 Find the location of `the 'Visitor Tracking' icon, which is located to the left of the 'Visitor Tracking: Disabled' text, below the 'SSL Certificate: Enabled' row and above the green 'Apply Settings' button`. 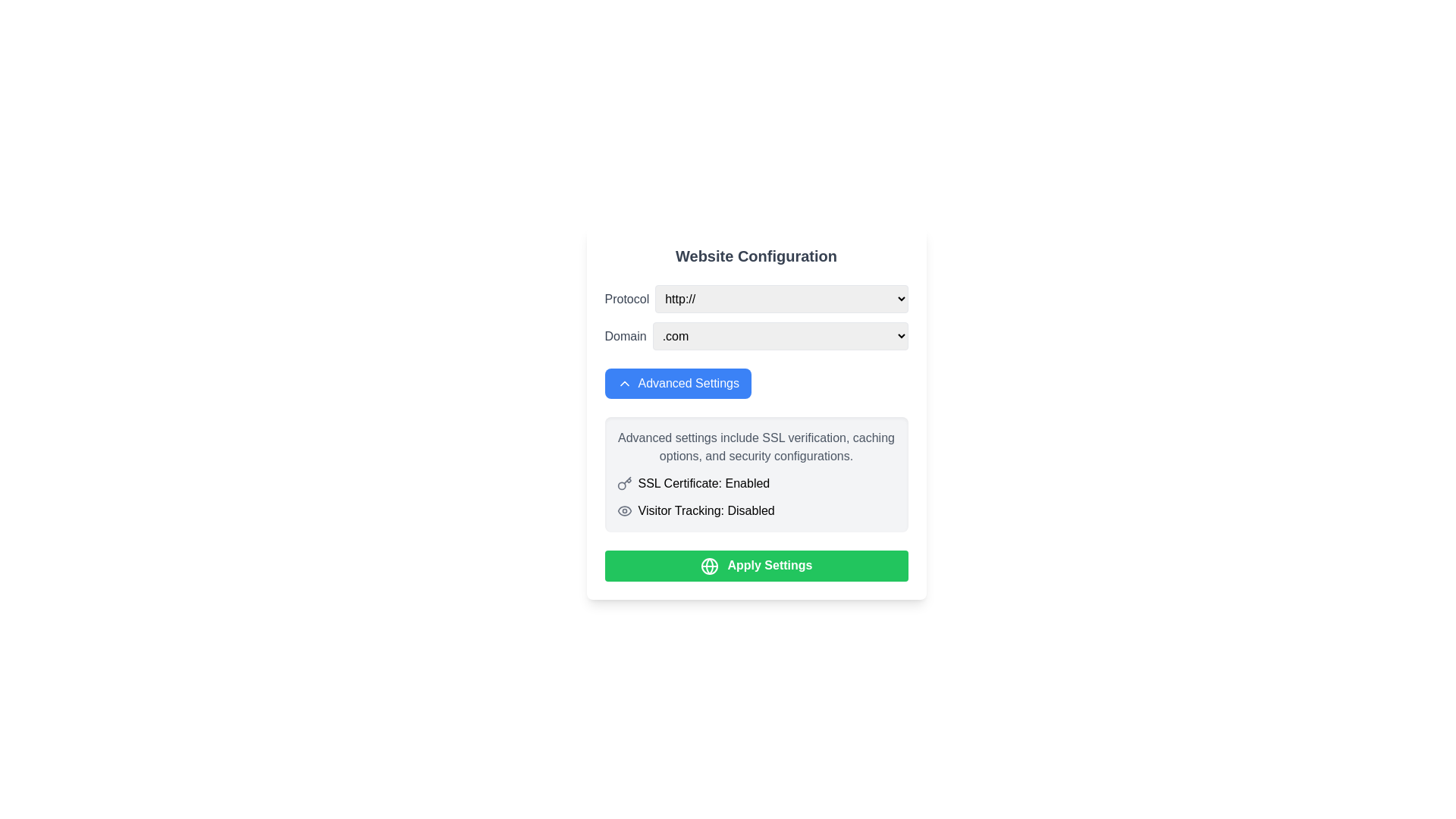

the 'Visitor Tracking' icon, which is located to the left of the 'Visitor Tracking: Disabled' text, below the 'SSL Certificate: Enabled' row and above the green 'Apply Settings' button is located at coordinates (624, 511).